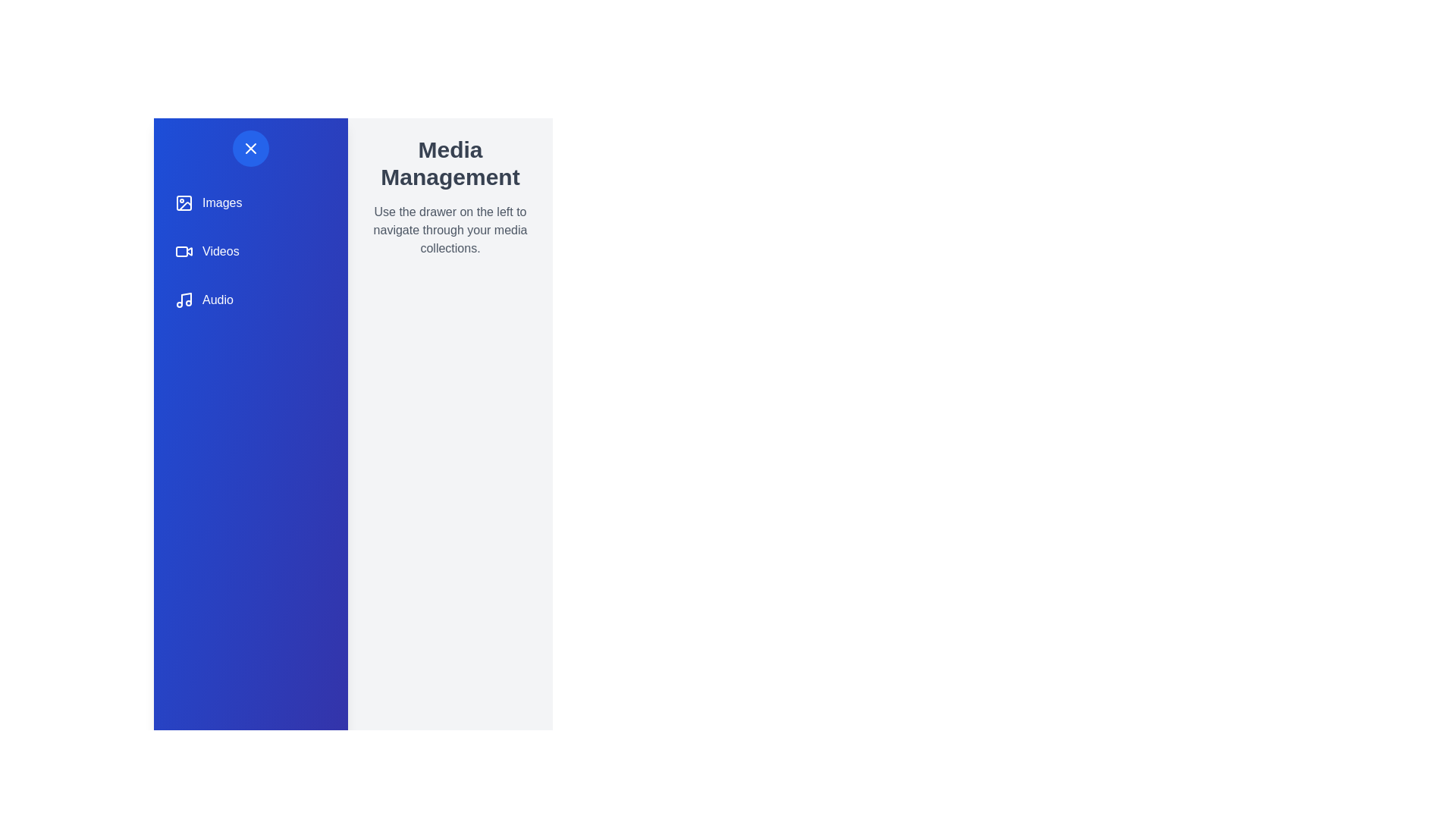  I want to click on the second navigation item in the left sidebar menu, which is positioned between 'Images' and 'Audio', so click(206, 250).